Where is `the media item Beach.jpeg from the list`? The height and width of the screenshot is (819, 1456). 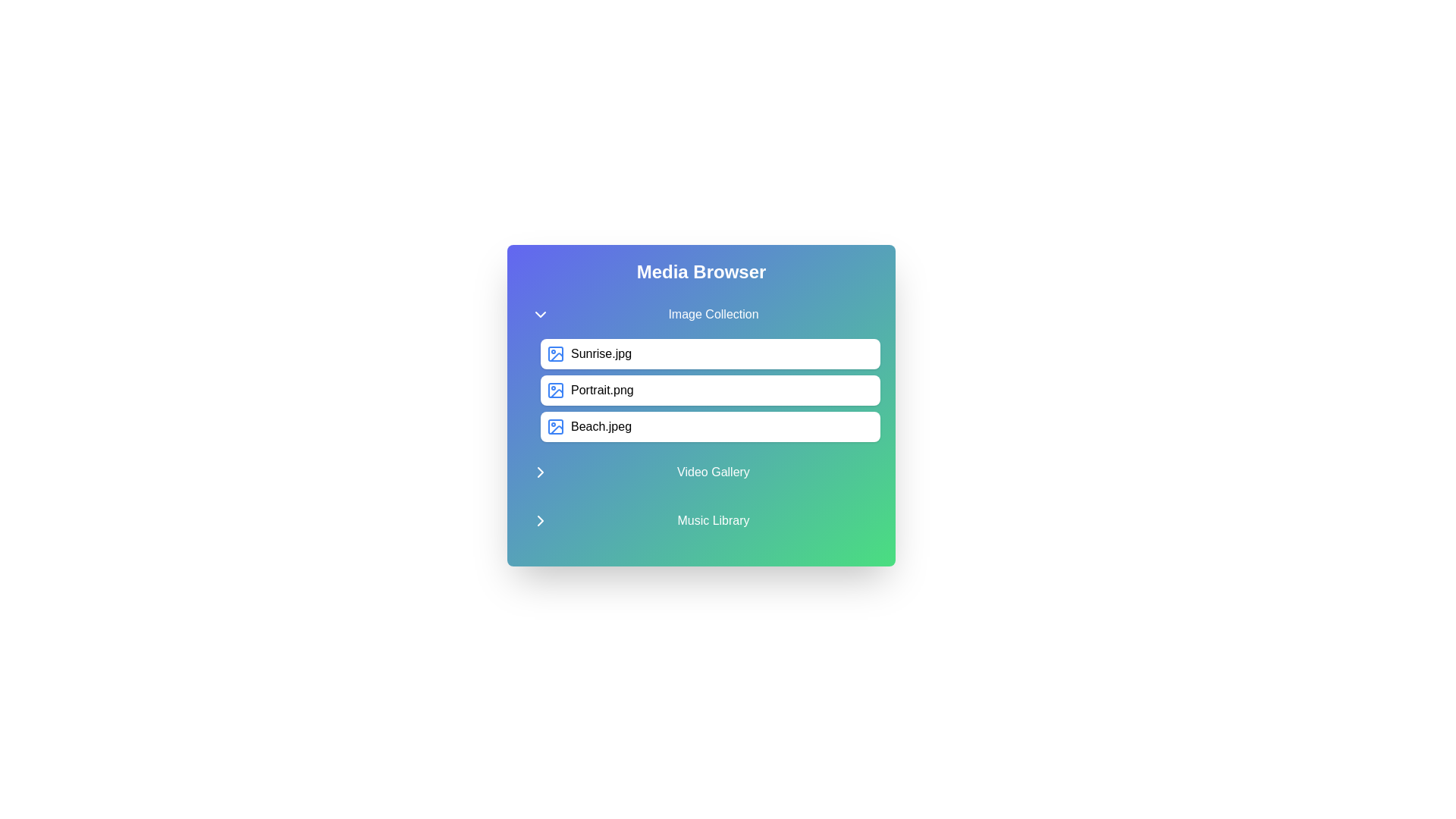
the media item Beach.jpeg from the list is located at coordinates (709, 427).